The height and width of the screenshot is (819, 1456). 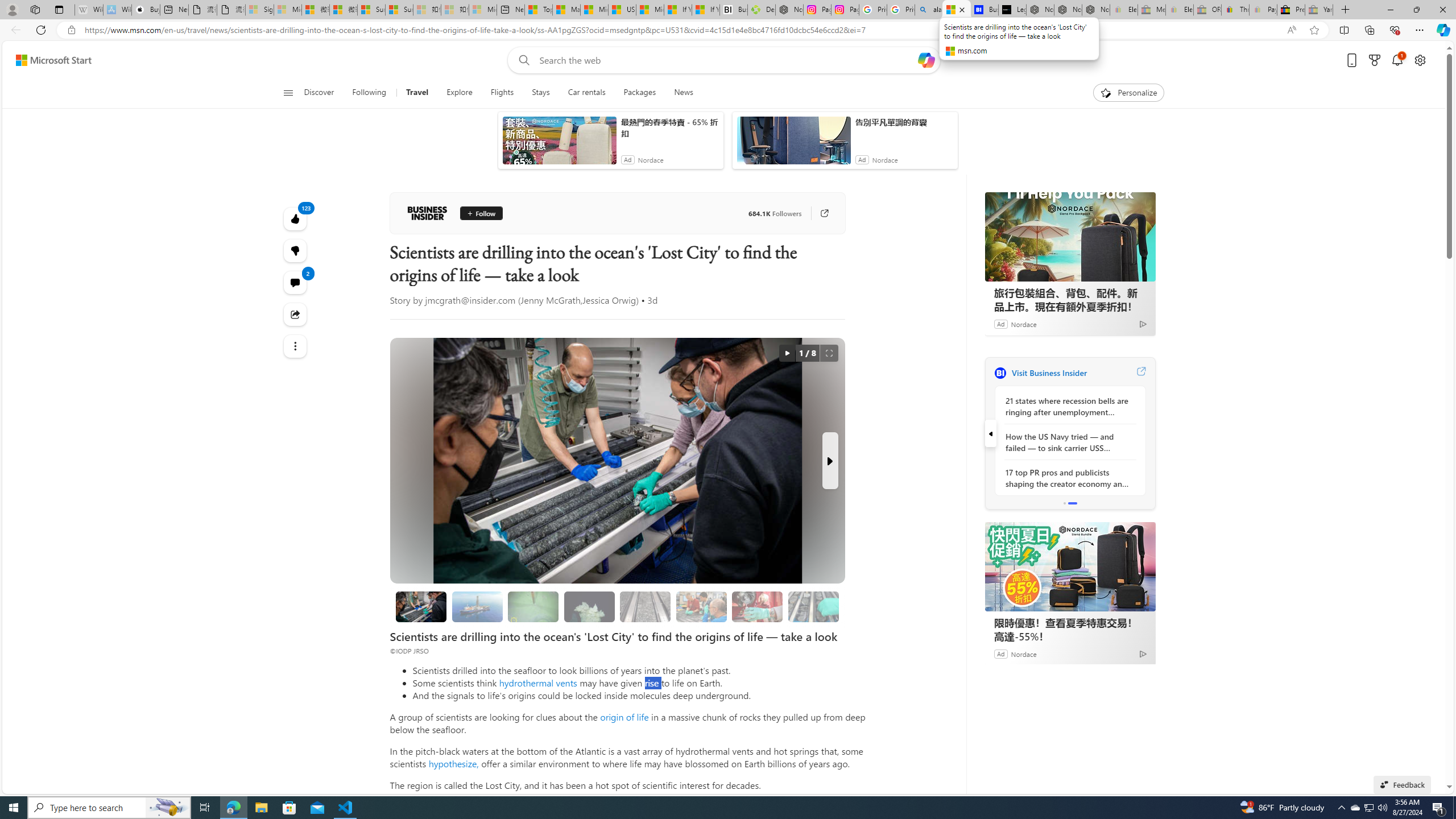 What do you see at coordinates (928, 9) in the screenshot?
I see `'alabama high school quarterback dies - Search'` at bounding box center [928, 9].